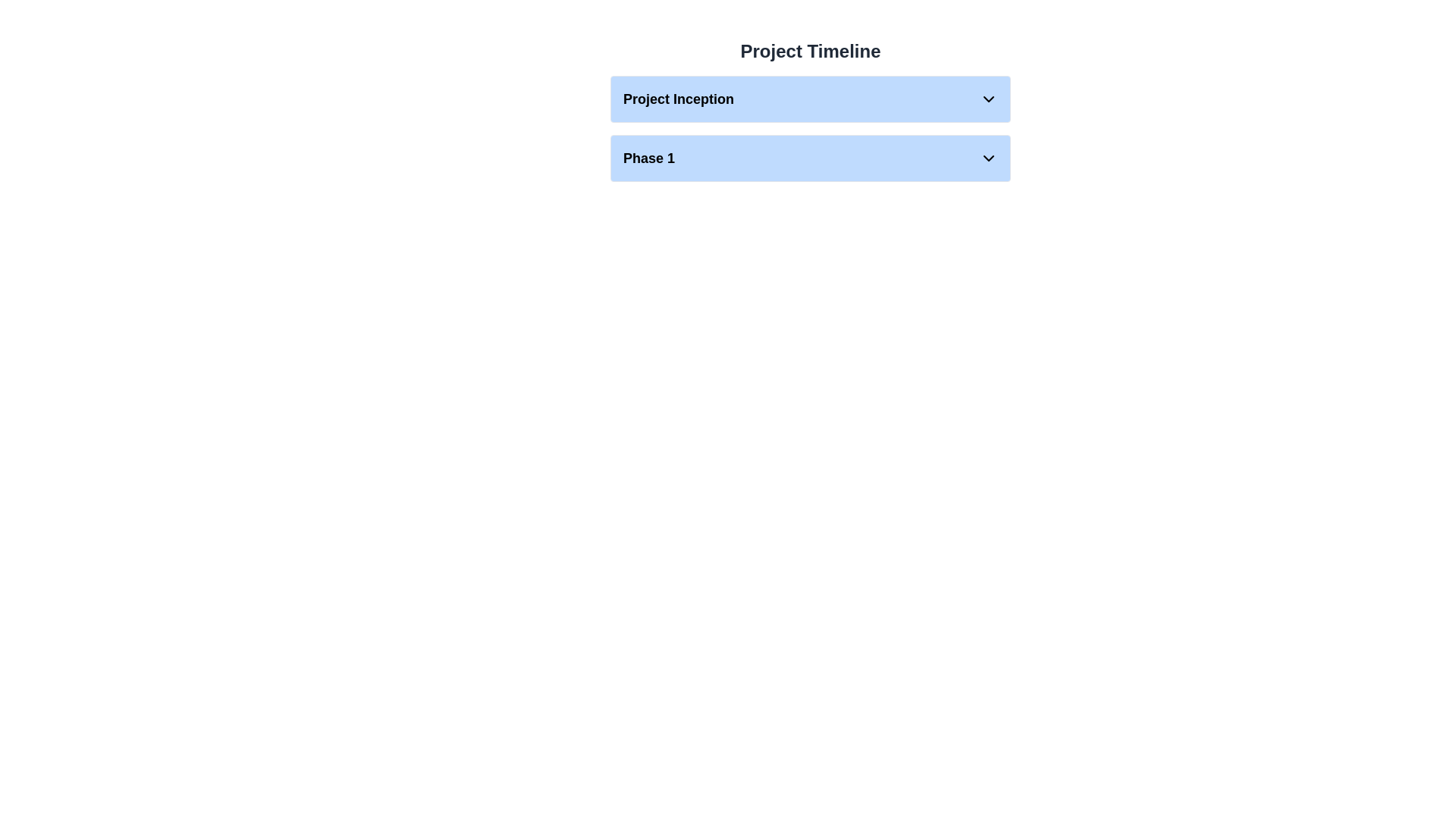  What do you see at coordinates (989, 99) in the screenshot?
I see `the downward-pointing chevron icon inside the blue rectangular area labeled 'Project Inception'` at bounding box center [989, 99].